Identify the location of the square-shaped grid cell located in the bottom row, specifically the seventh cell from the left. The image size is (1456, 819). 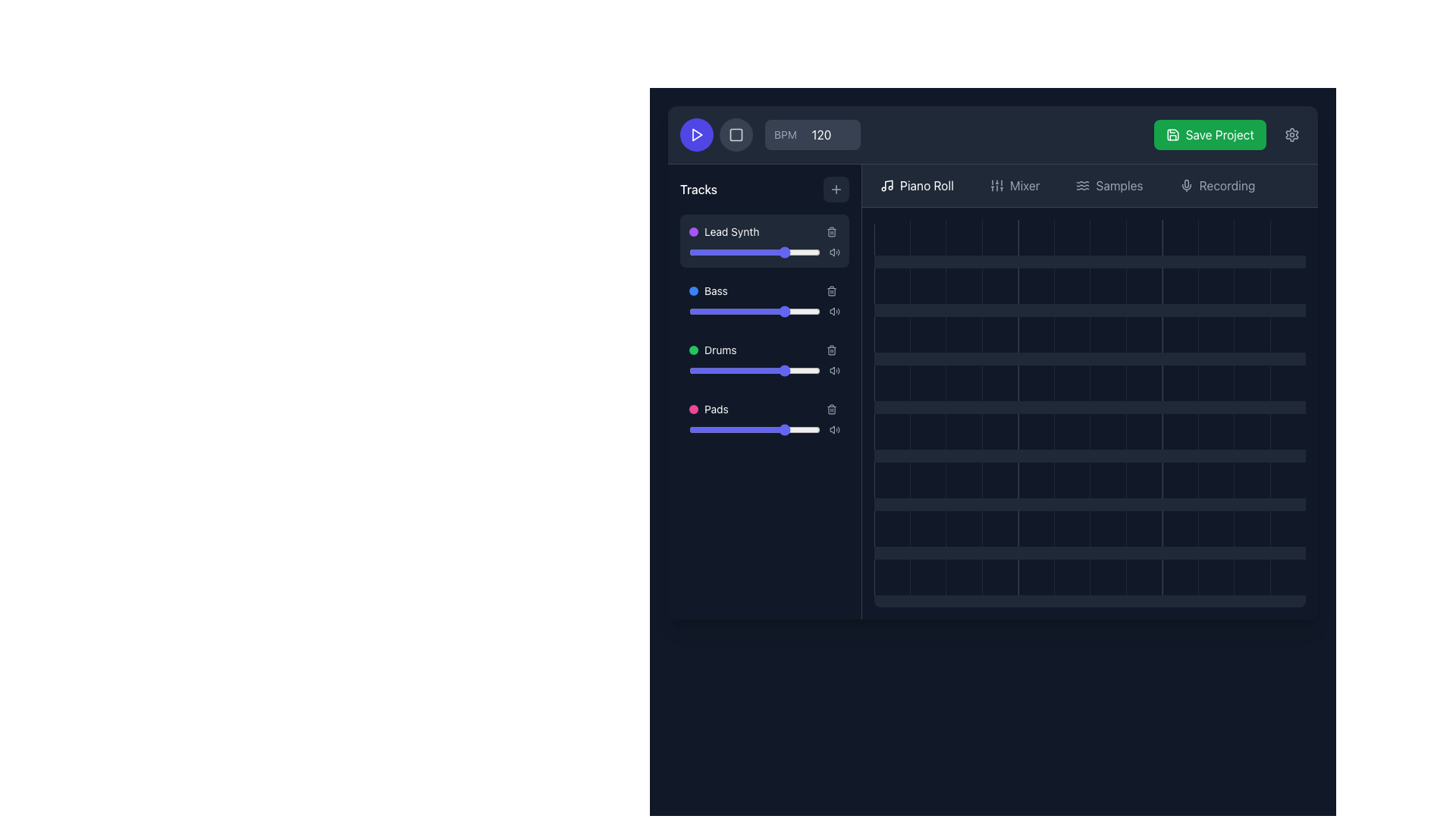
(1108, 577).